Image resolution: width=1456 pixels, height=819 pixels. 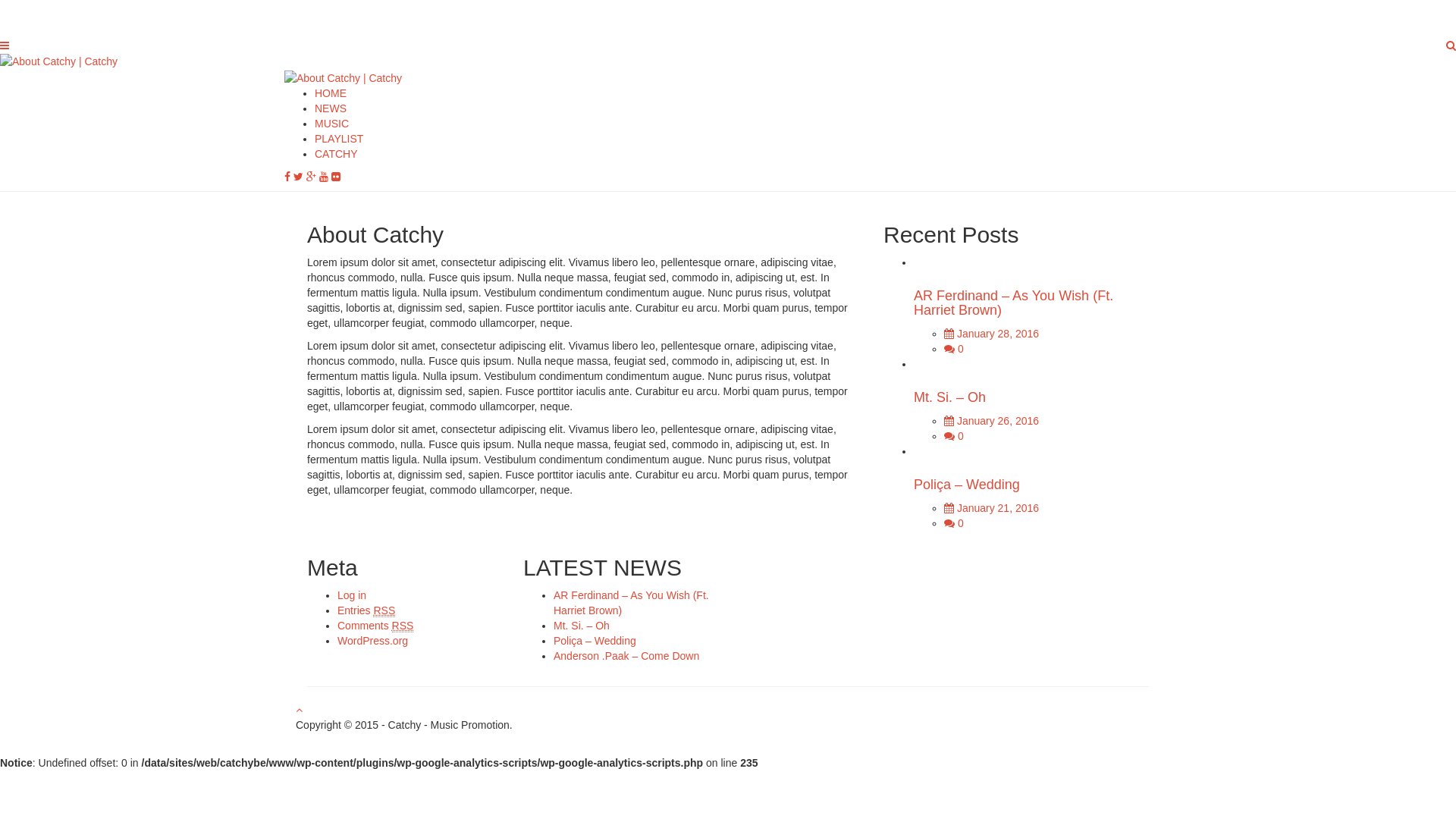 What do you see at coordinates (337, 595) in the screenshot?
I see `'Log in'` at bounding box center [337, 595].